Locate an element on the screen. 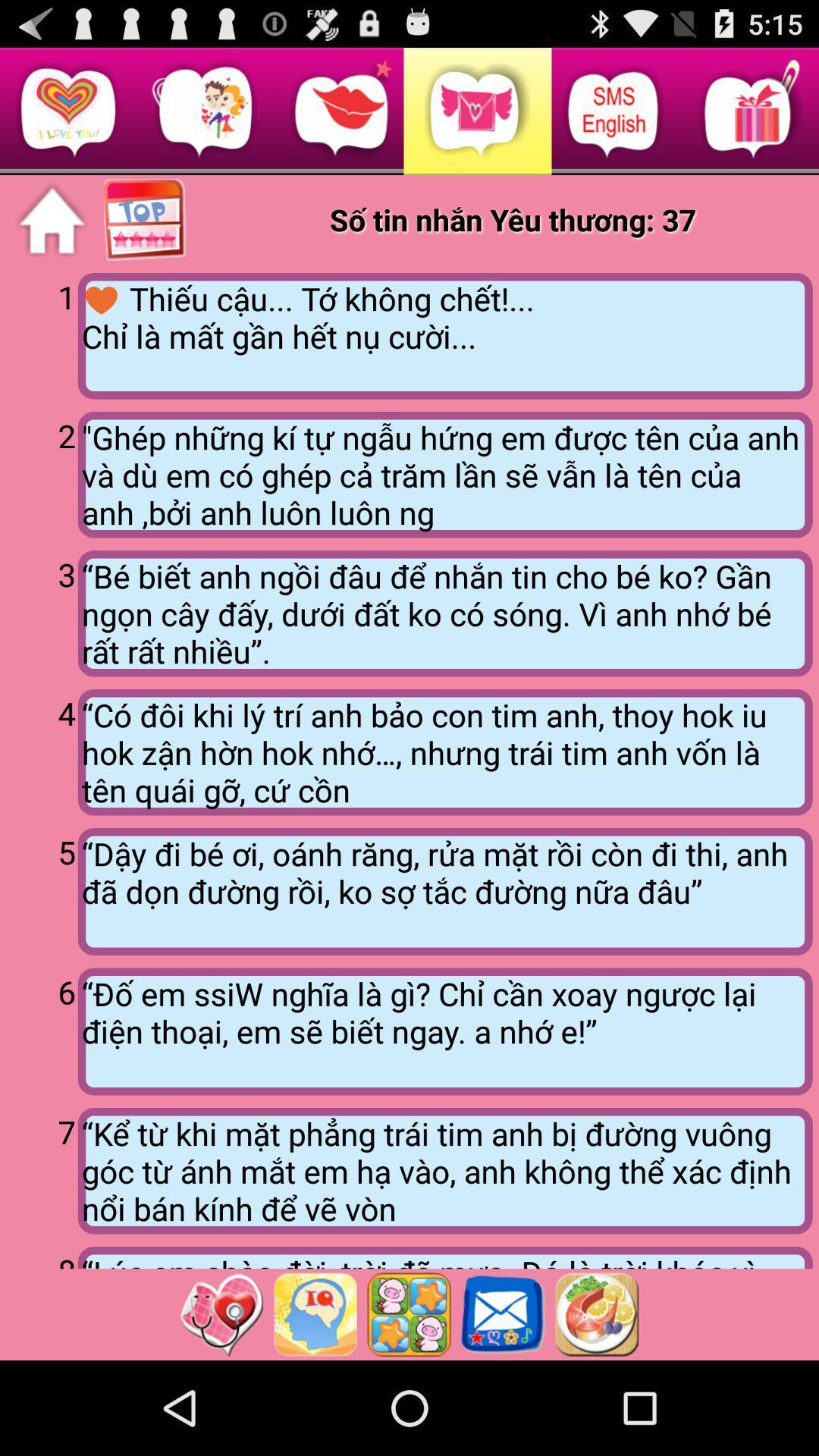 This screenshot has width=819, height=1456. homepage is located at coordinates (51, 220).